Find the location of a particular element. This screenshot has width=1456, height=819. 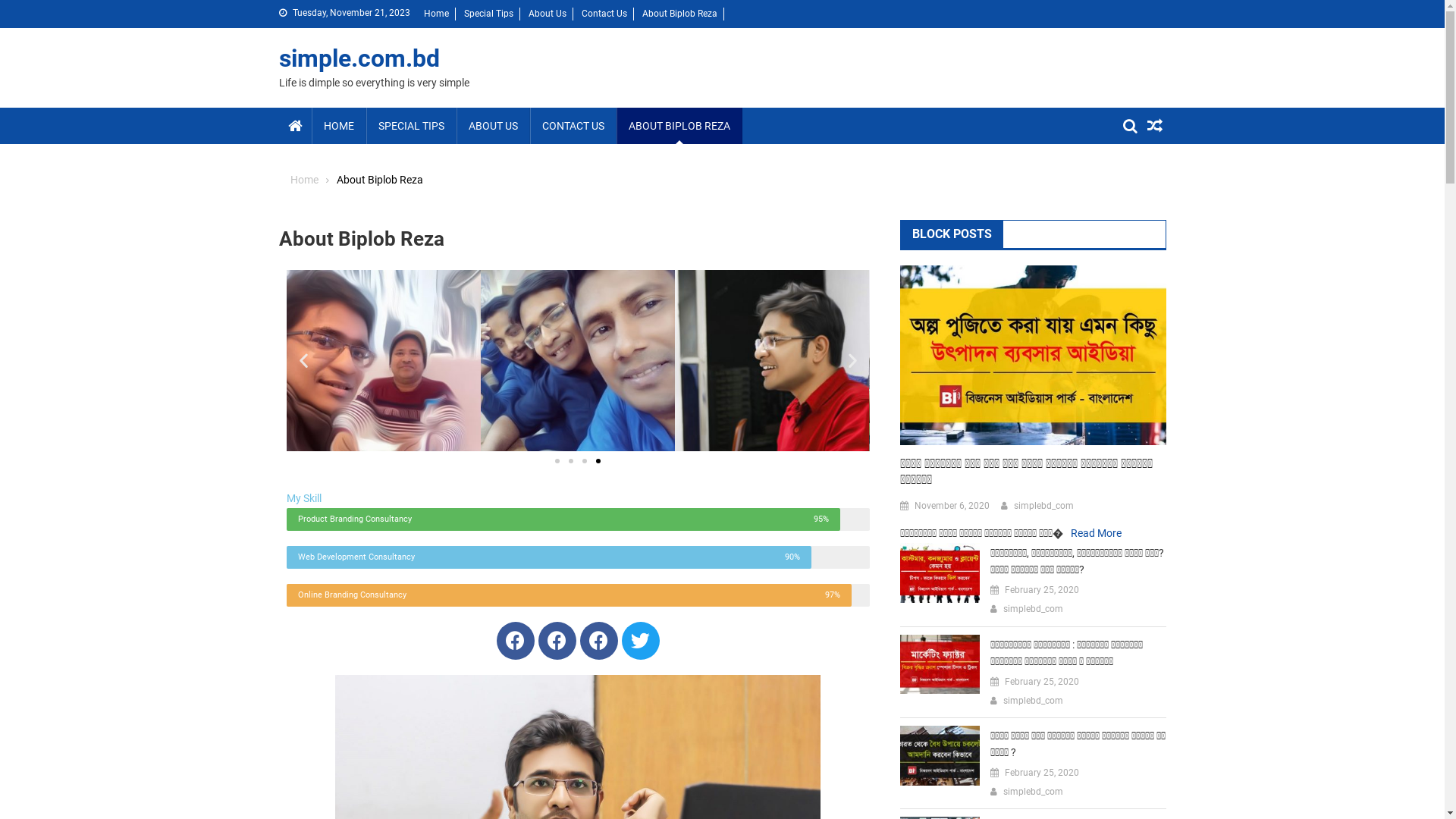

'Read More' is located at coordinates (1096, 532).